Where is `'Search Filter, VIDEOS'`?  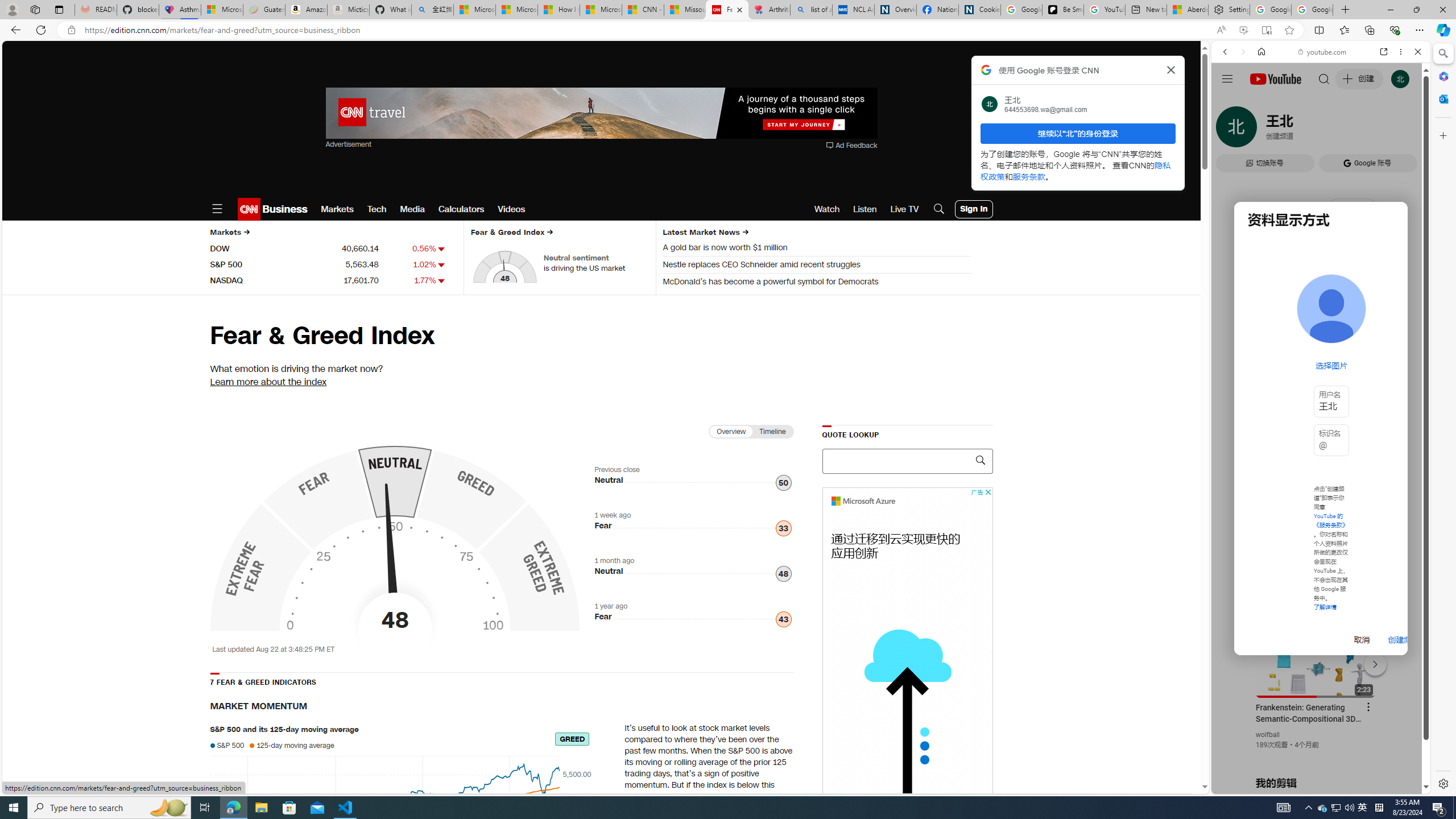 'Search Filter, VIDEOS' is located at coordinates (1300, 129).